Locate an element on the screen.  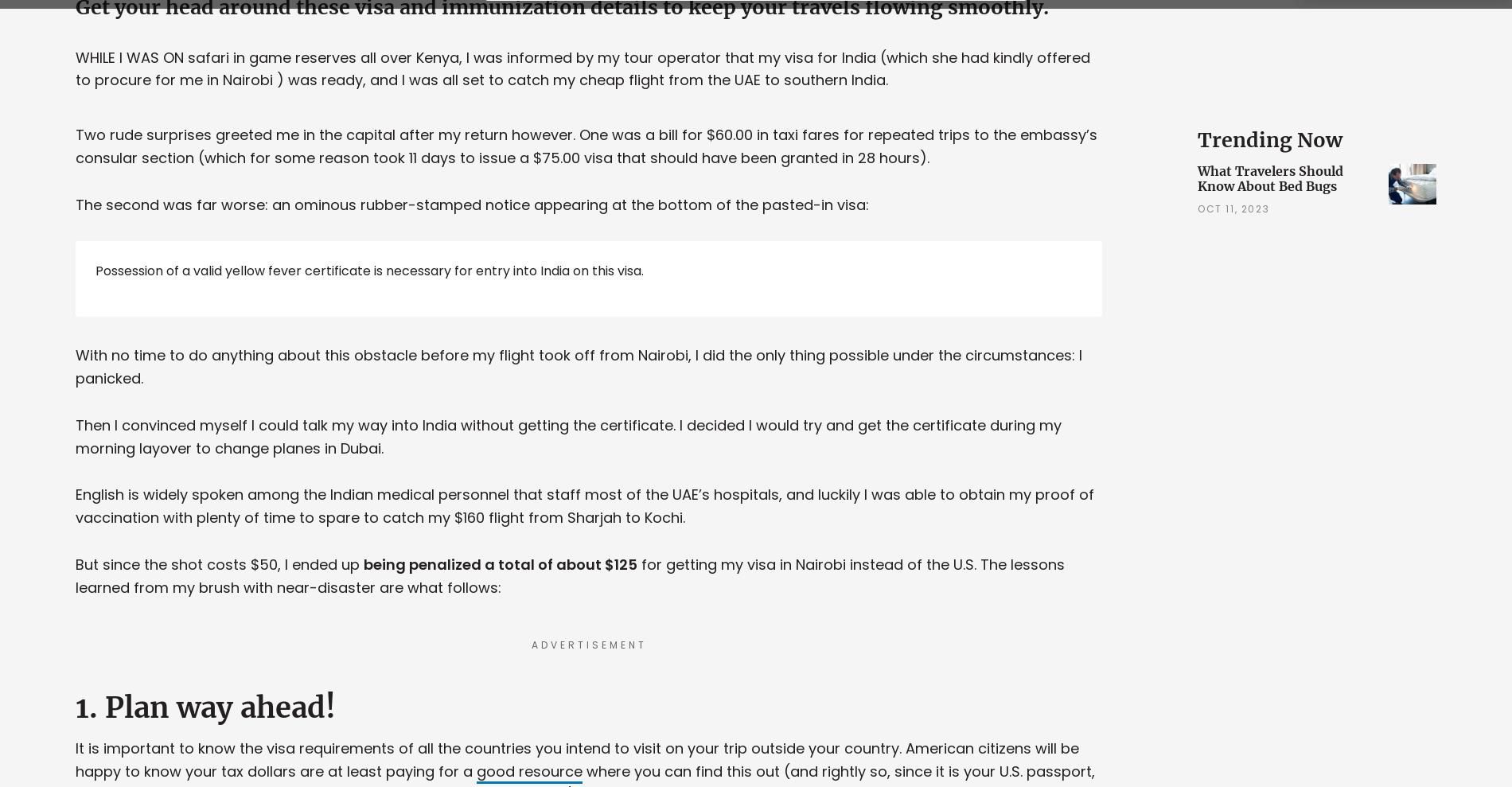
'It is important to know the visa requirements of all the countries you intend to visit on your trip outside your country. American citizens will be happy to know your tax dollars are at least paying for a' is located at coordinates (76, 759).